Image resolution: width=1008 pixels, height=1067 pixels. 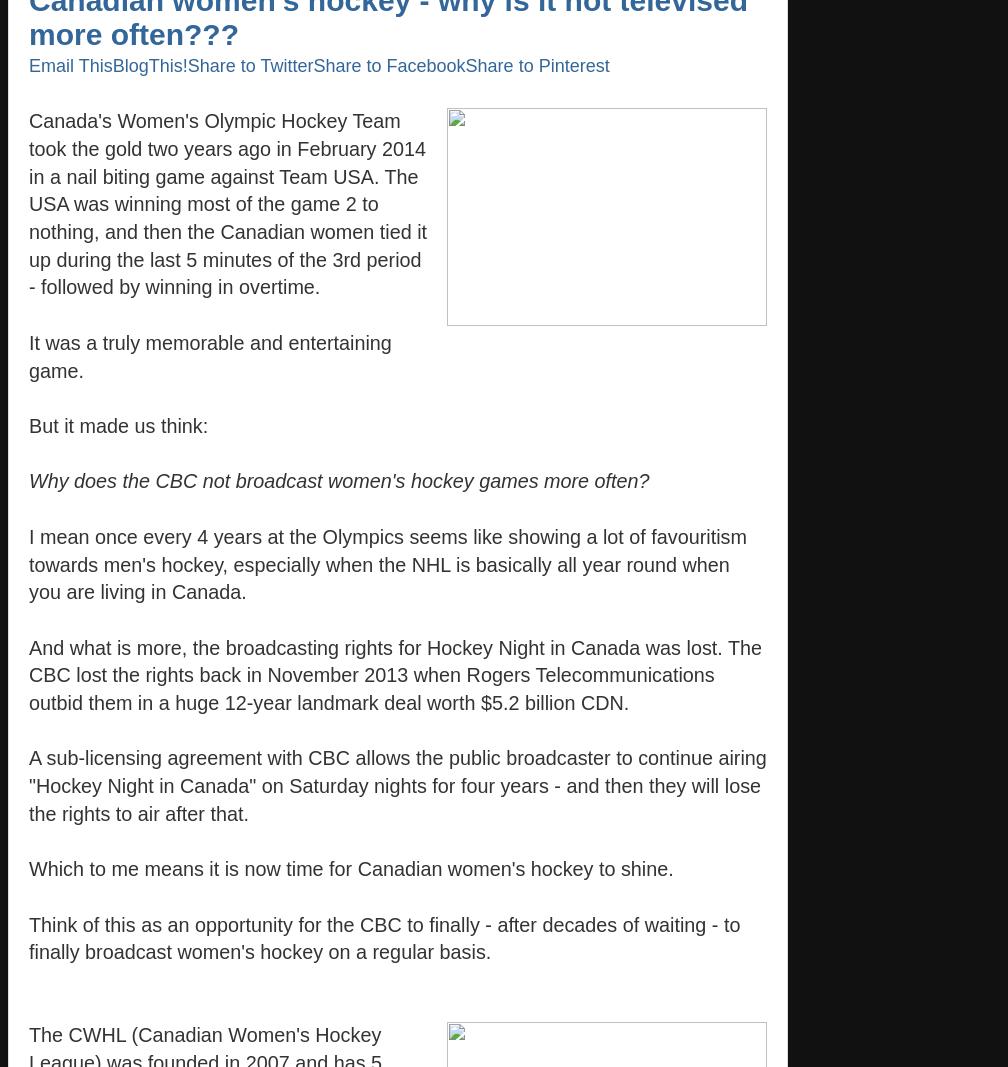 I want to click on 'Think of this as an opportunity for the CBC to finally - after decades 
of waiting - to finally broadcast women's hockey on a regular basis.', so click(x=384, y=937).